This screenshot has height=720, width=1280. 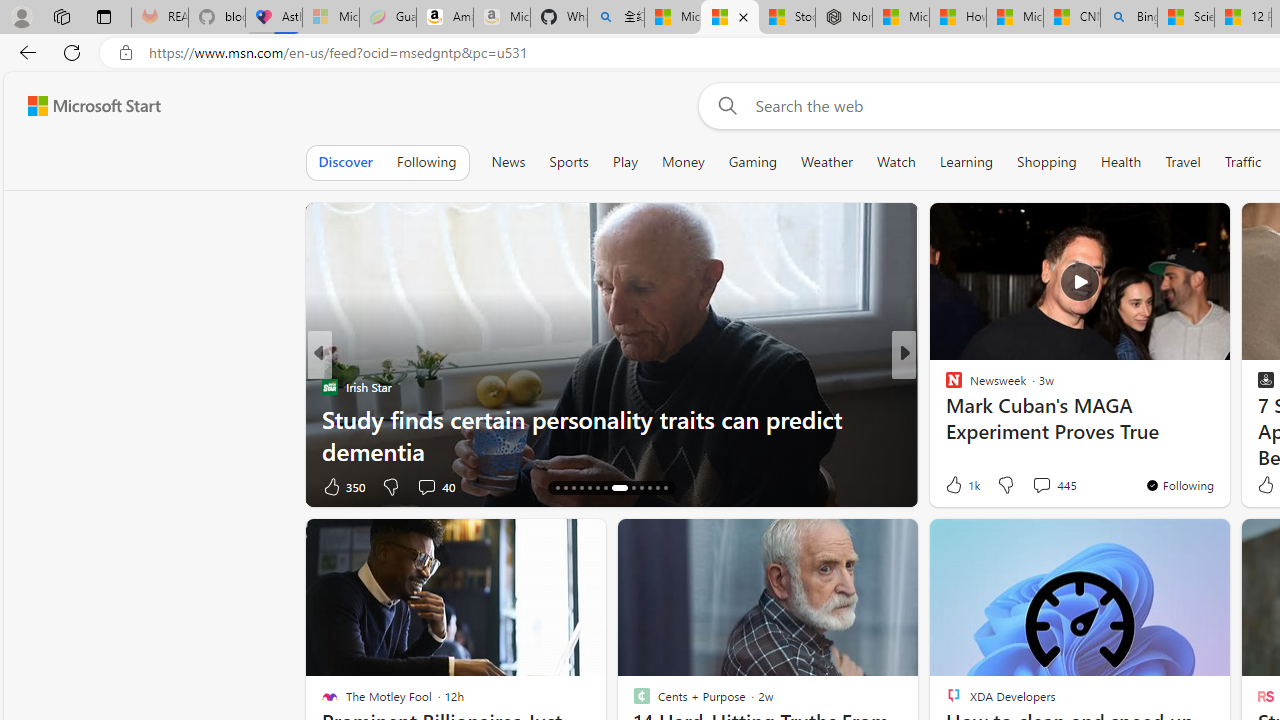 What do you see at coordinates (958, 486) in the screenshot?
I see `'109 Like'` at bounding box center [958, 486].